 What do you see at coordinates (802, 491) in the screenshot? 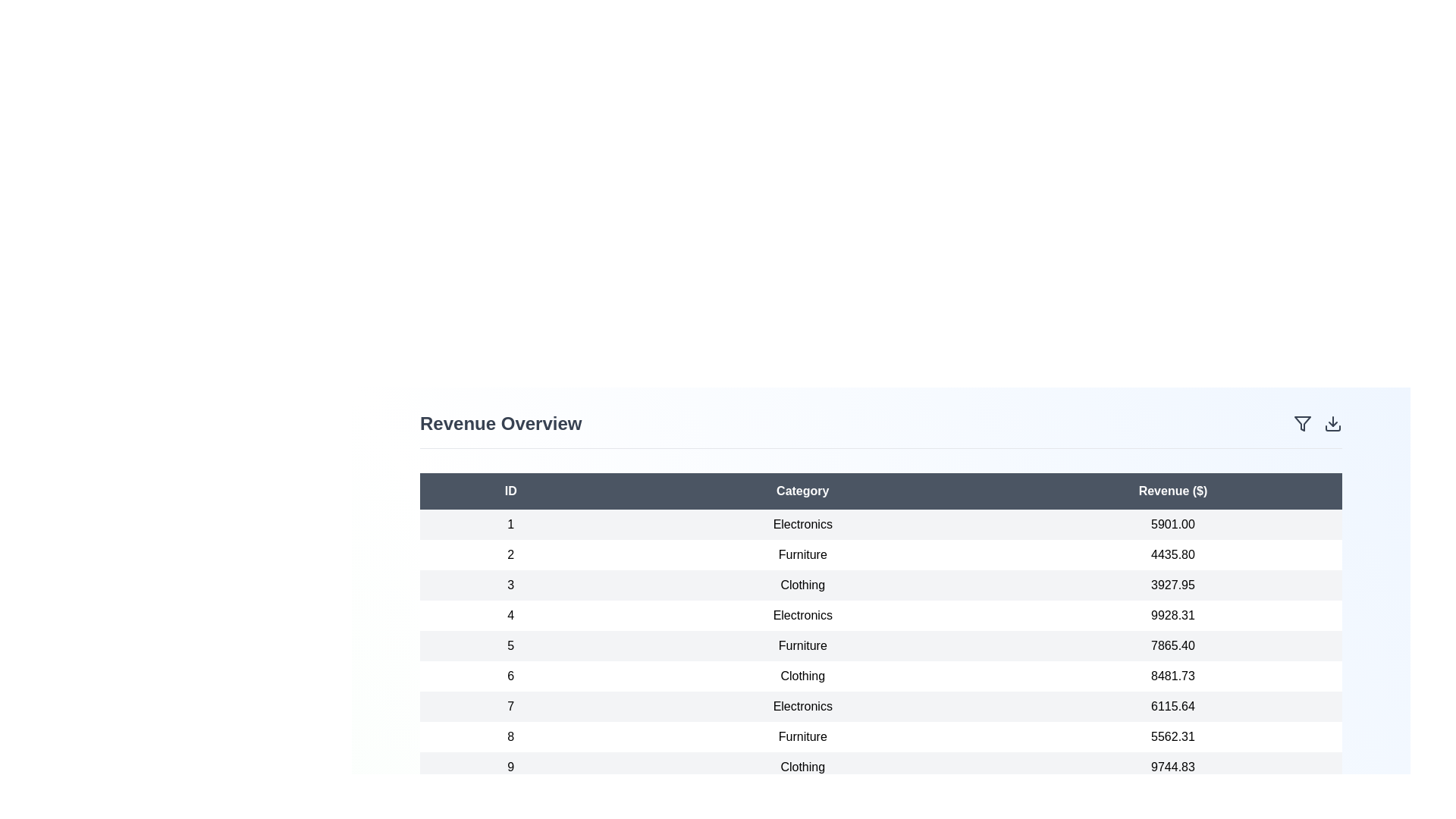
I see `the table header 'Category' to sort the data` at bounding box center [802, 491].